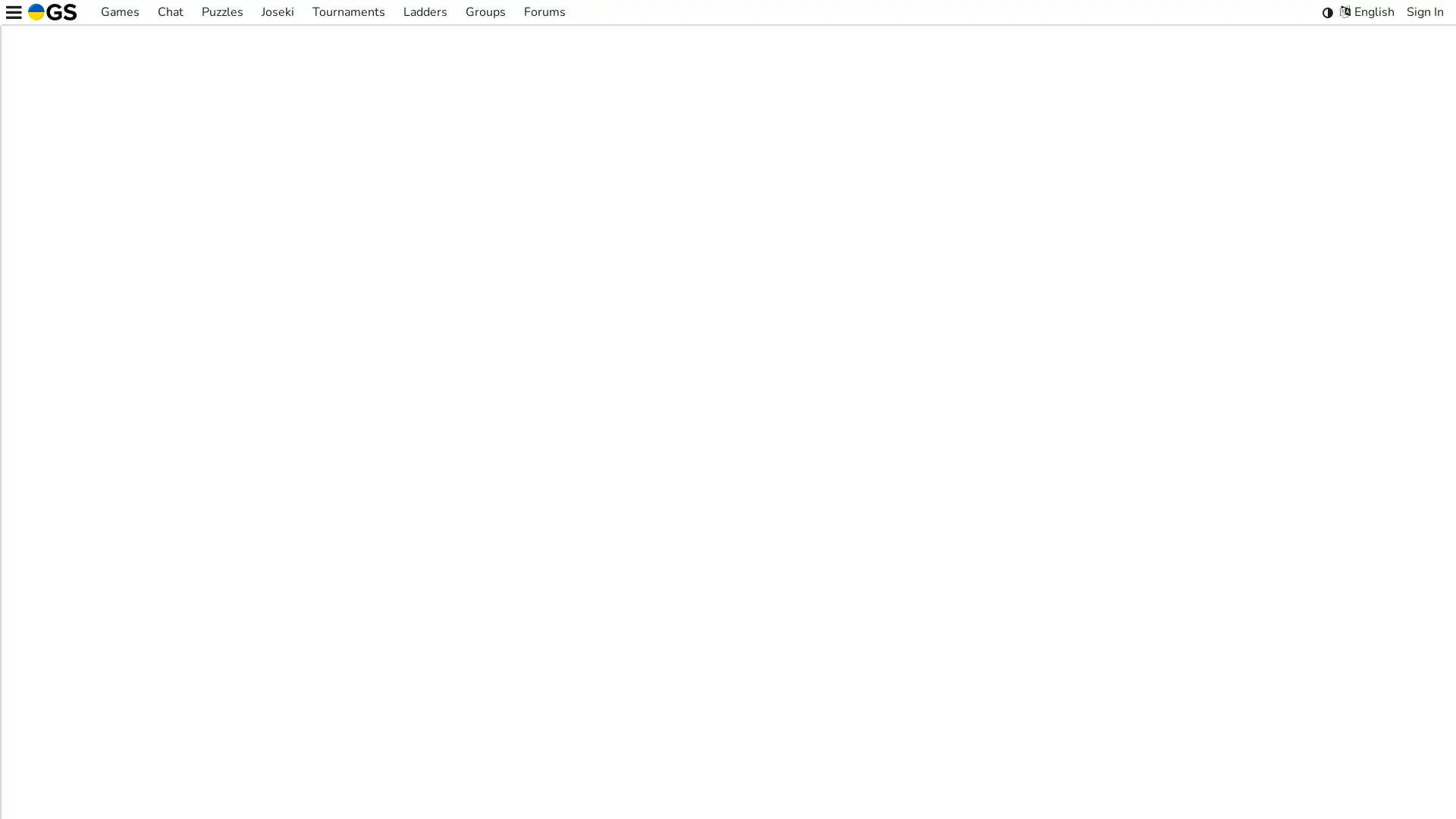  What do you see at coordinates (723, 598) in the screenshot?
I see `19x19` at bounding box center [723, 598].